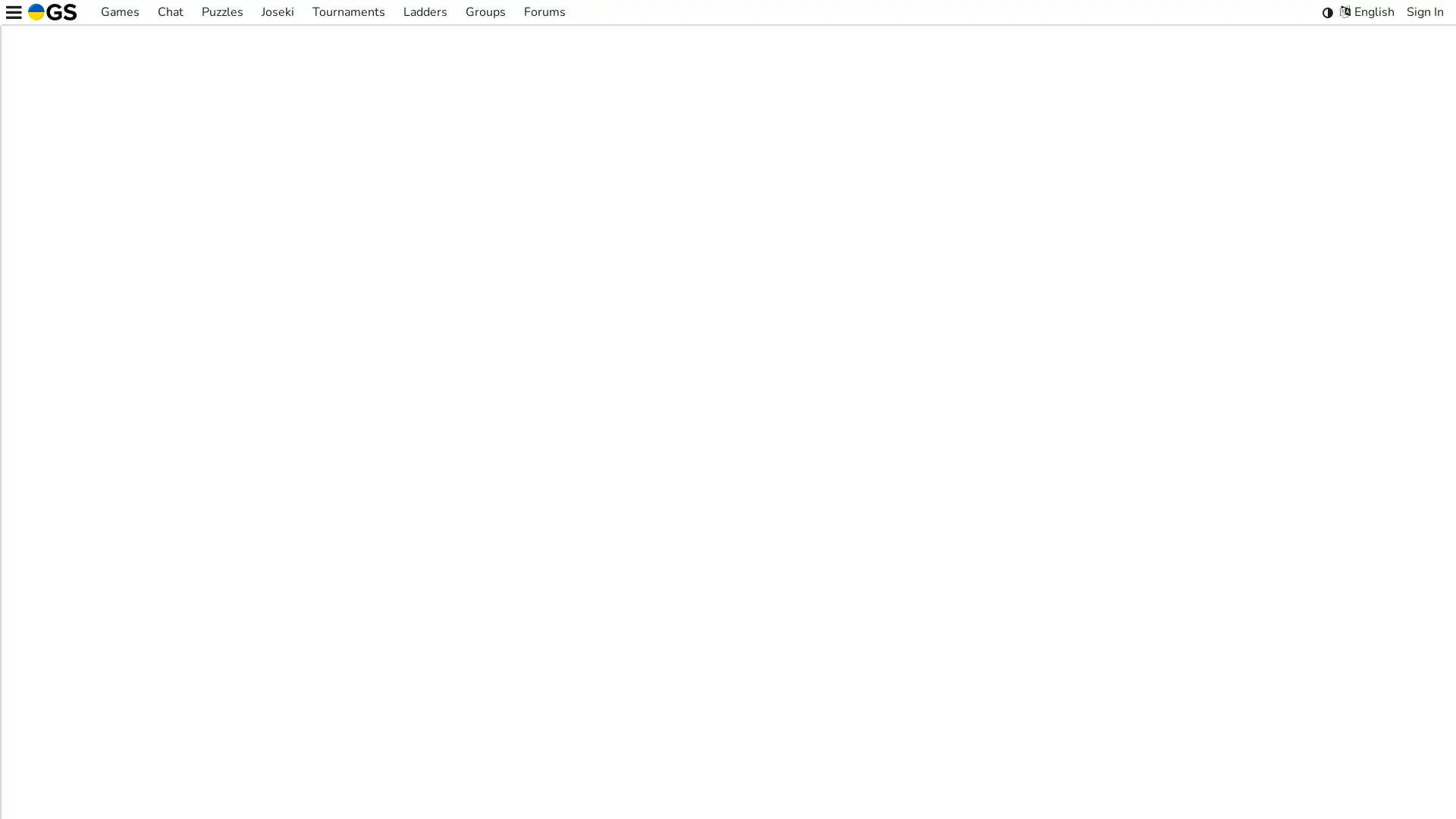  What do you see at coordinates (723, 598) in the screenshot?
I see `19x19` at bounding box center [723, 598].